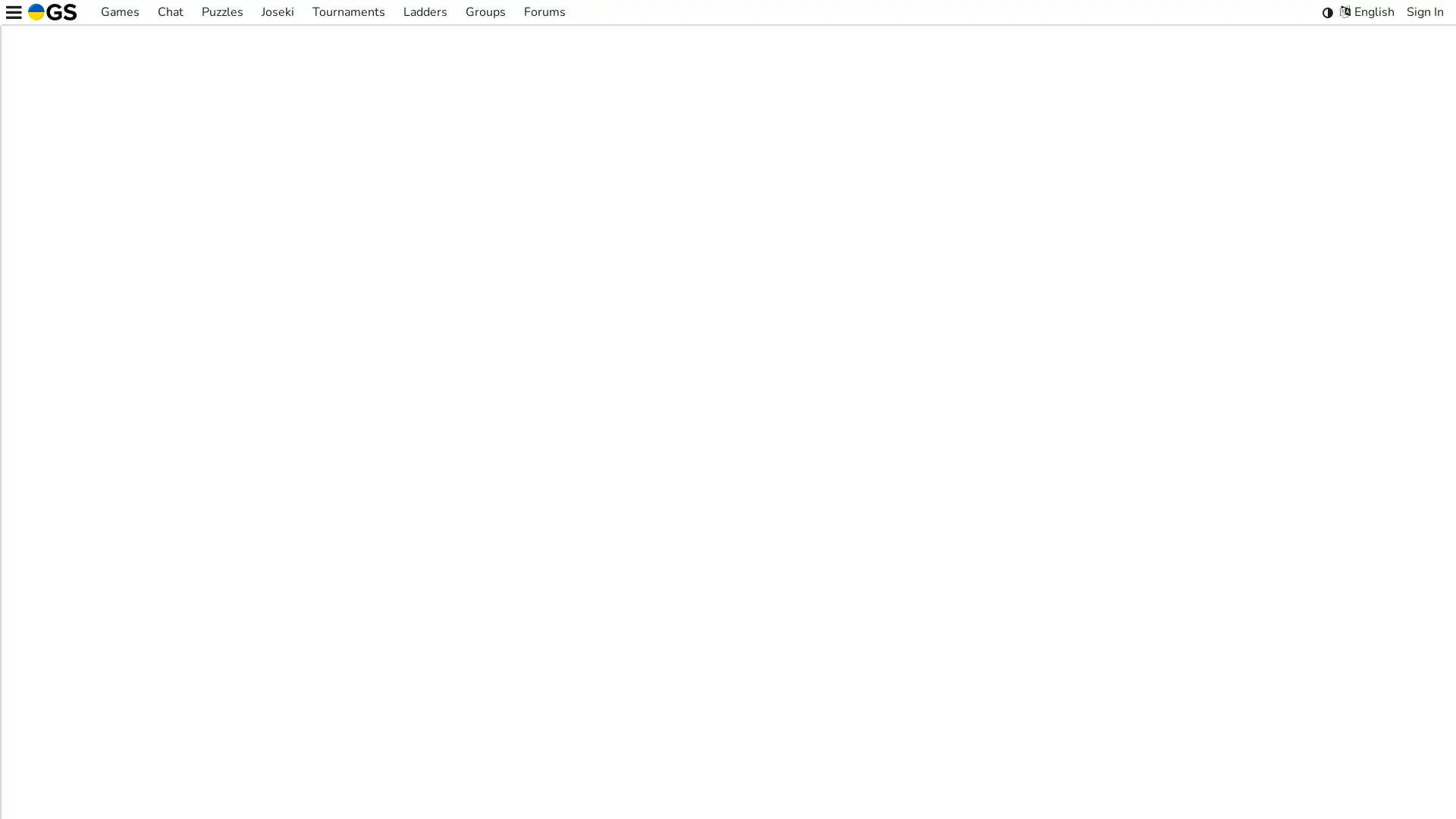  What do you see at coordinates (723, 598) in the screenshot?
I see `19x19` at bounding box center [723, 598].